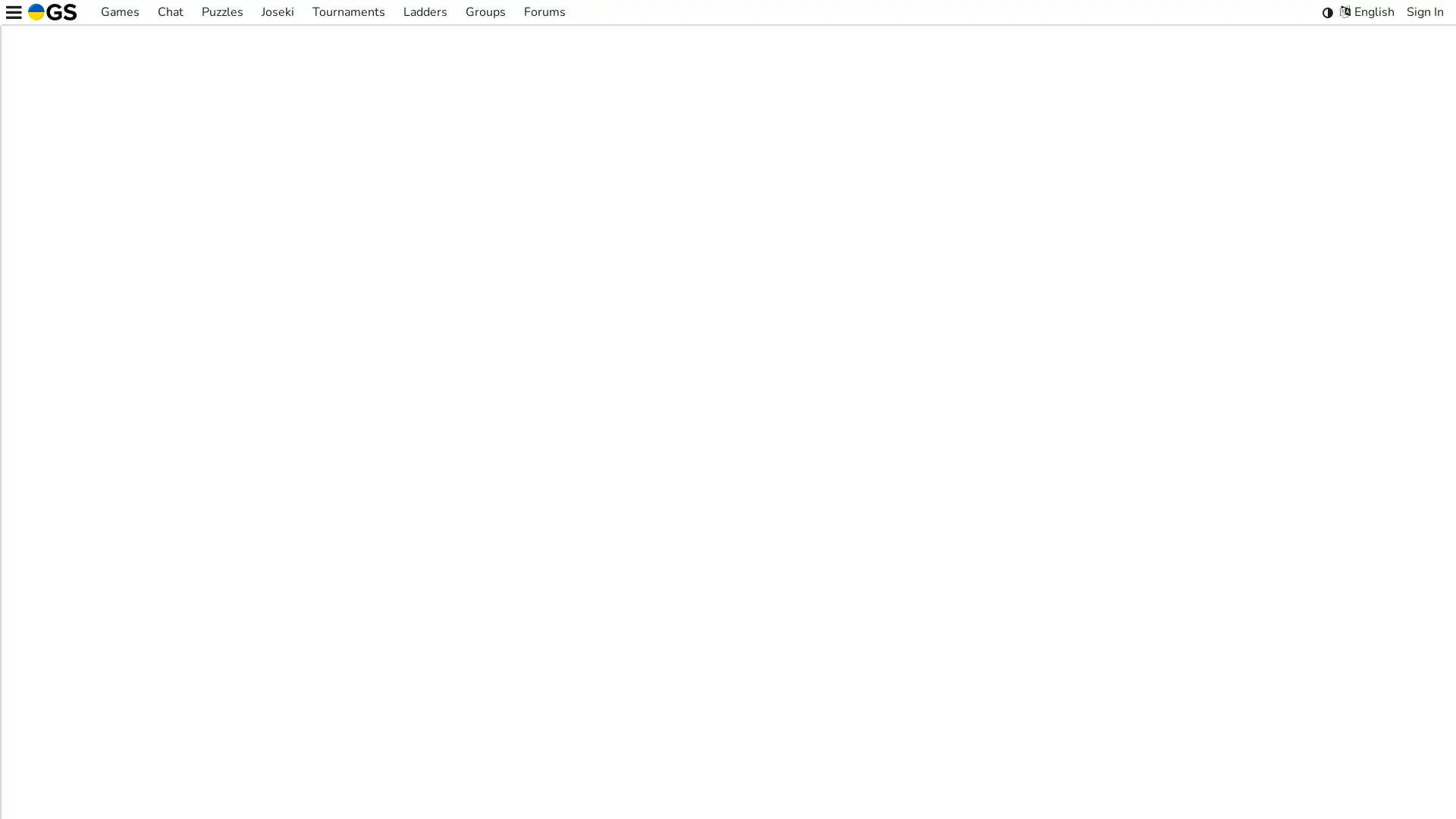  What do you see at coordinates (723, 598) in the screenshot?
I see `19x19` at bounding box center [723, 598].